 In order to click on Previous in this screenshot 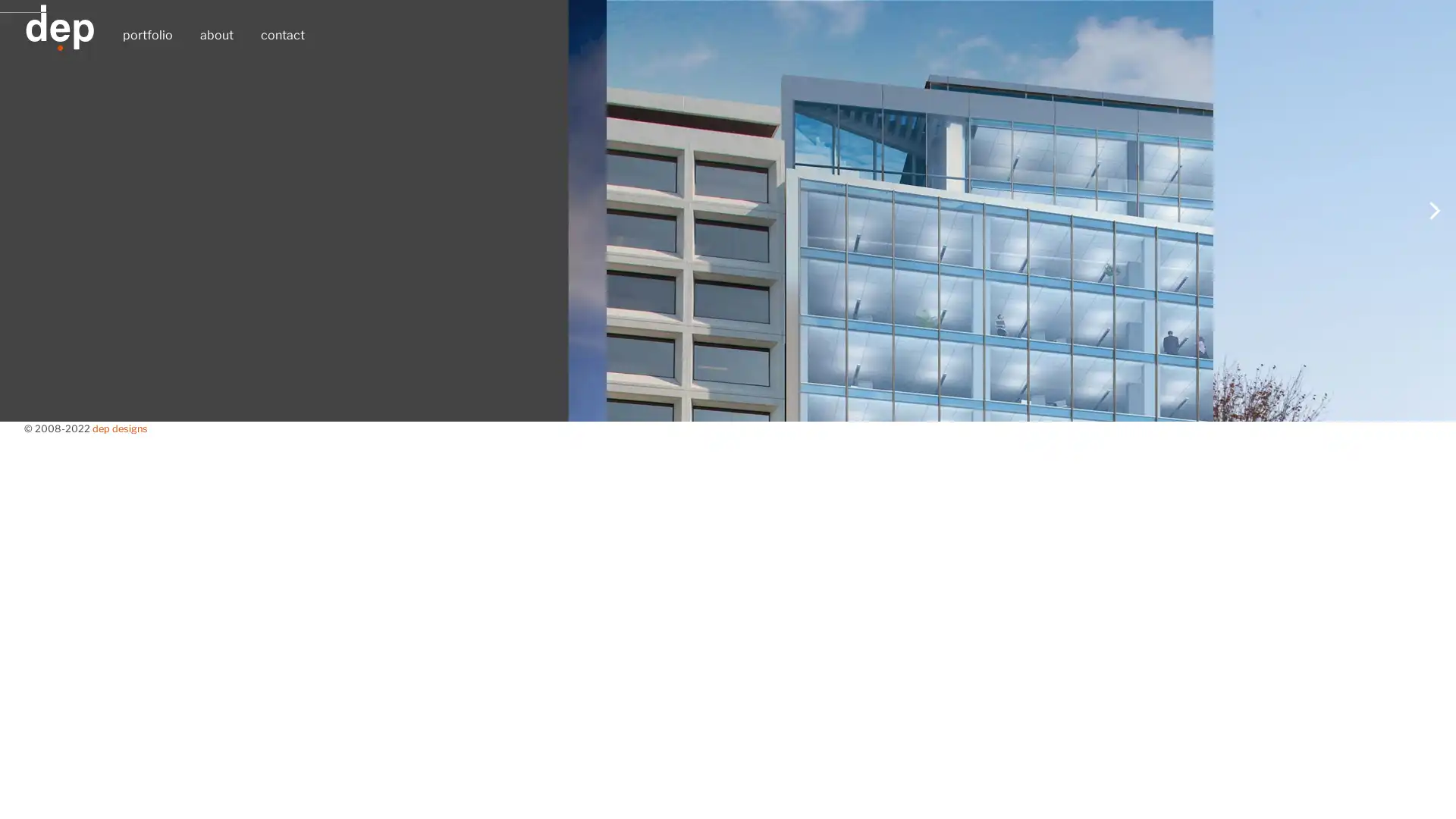, I will do `click(22, 494)`.